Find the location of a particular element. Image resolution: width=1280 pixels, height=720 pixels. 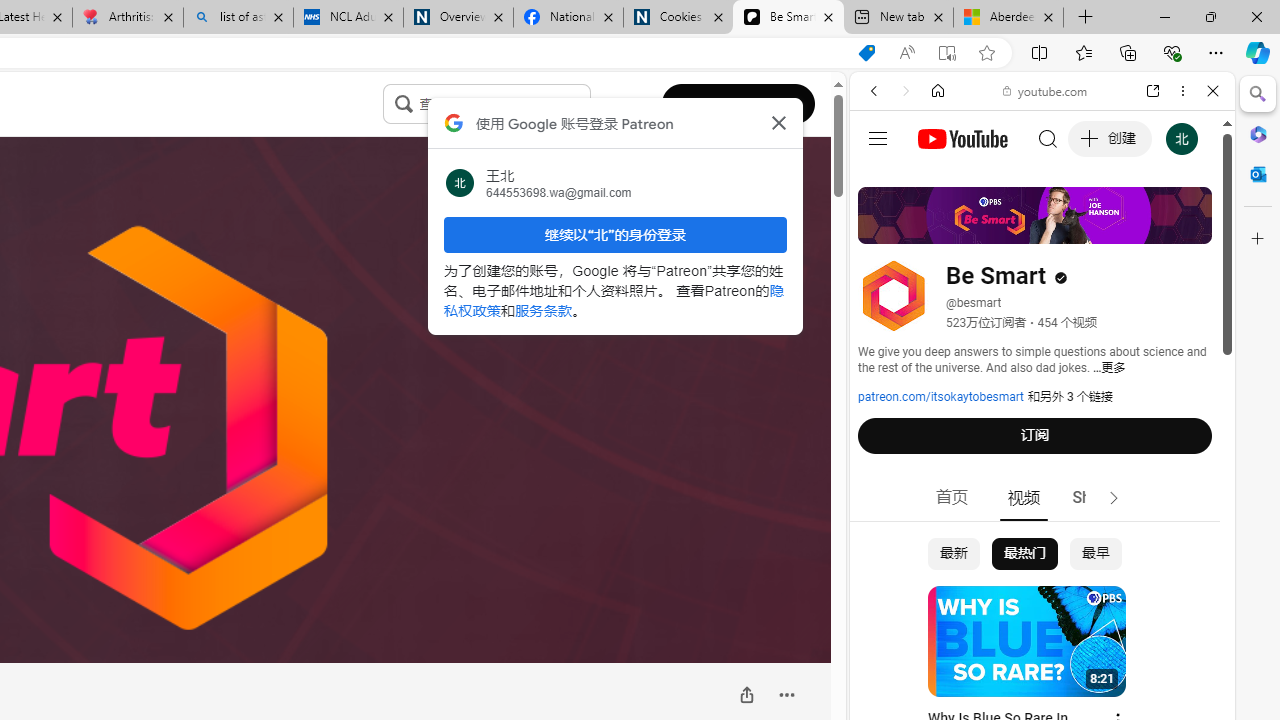

'Forward' is located at coordinates (905, 91).